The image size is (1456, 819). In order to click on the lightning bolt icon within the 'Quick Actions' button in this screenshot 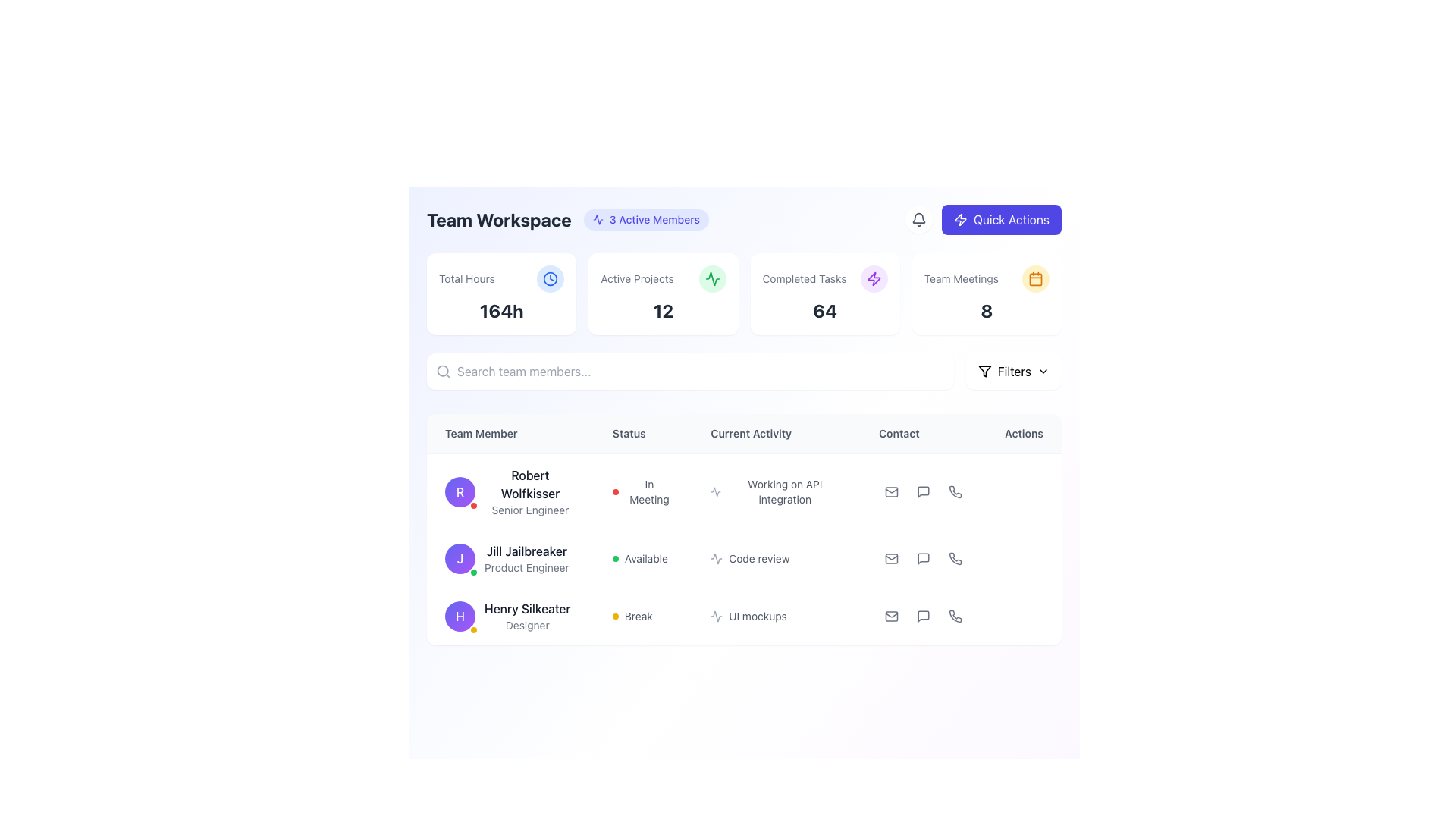, I will do `click(960, 219)`.